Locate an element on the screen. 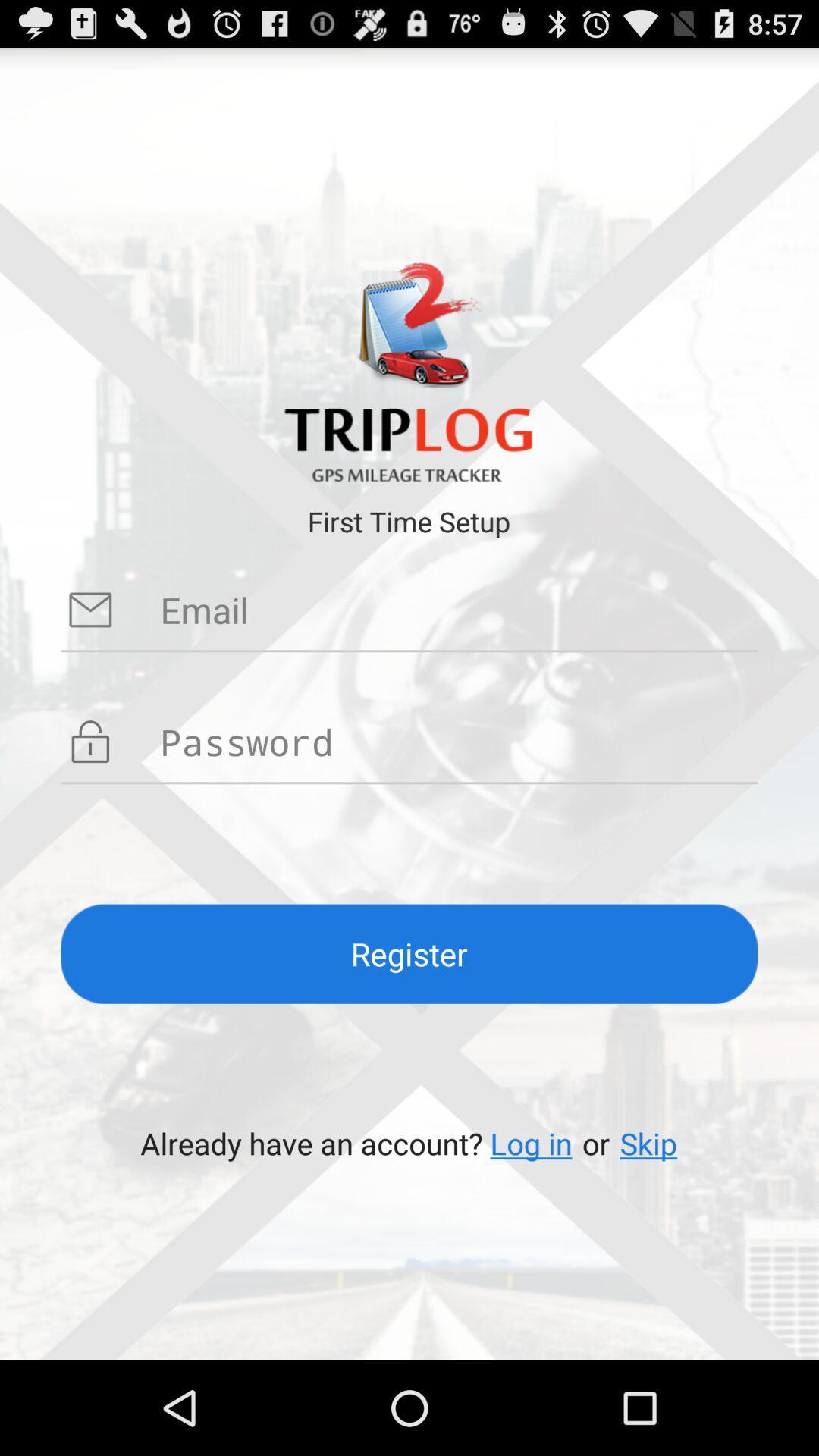  log in is located at coordinates (530, 1143).